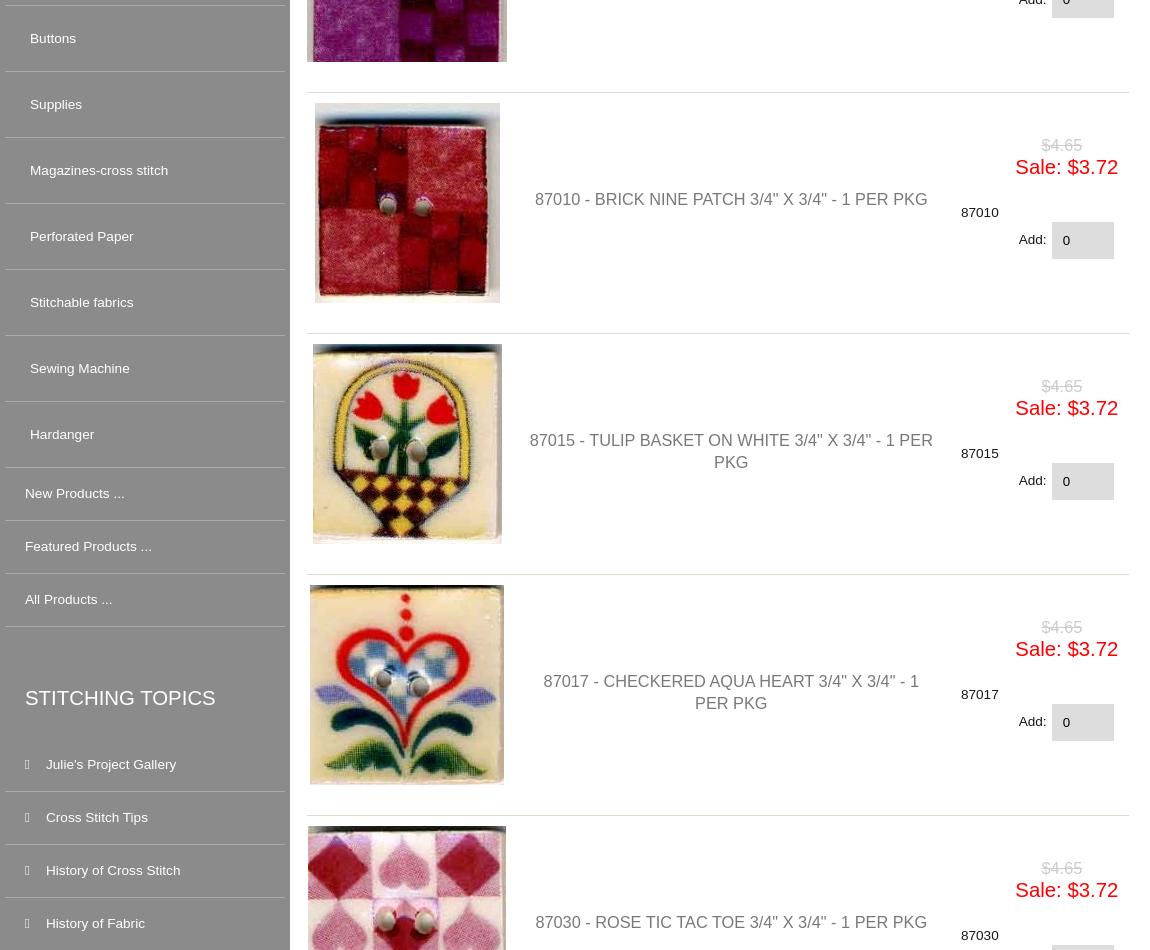 This screenshot has width=1150, height=950. What do you see at coordinates (98, 169) in the screenshot?
I see `'Magazines-cross stitch'` at bounding box center [98, 169].